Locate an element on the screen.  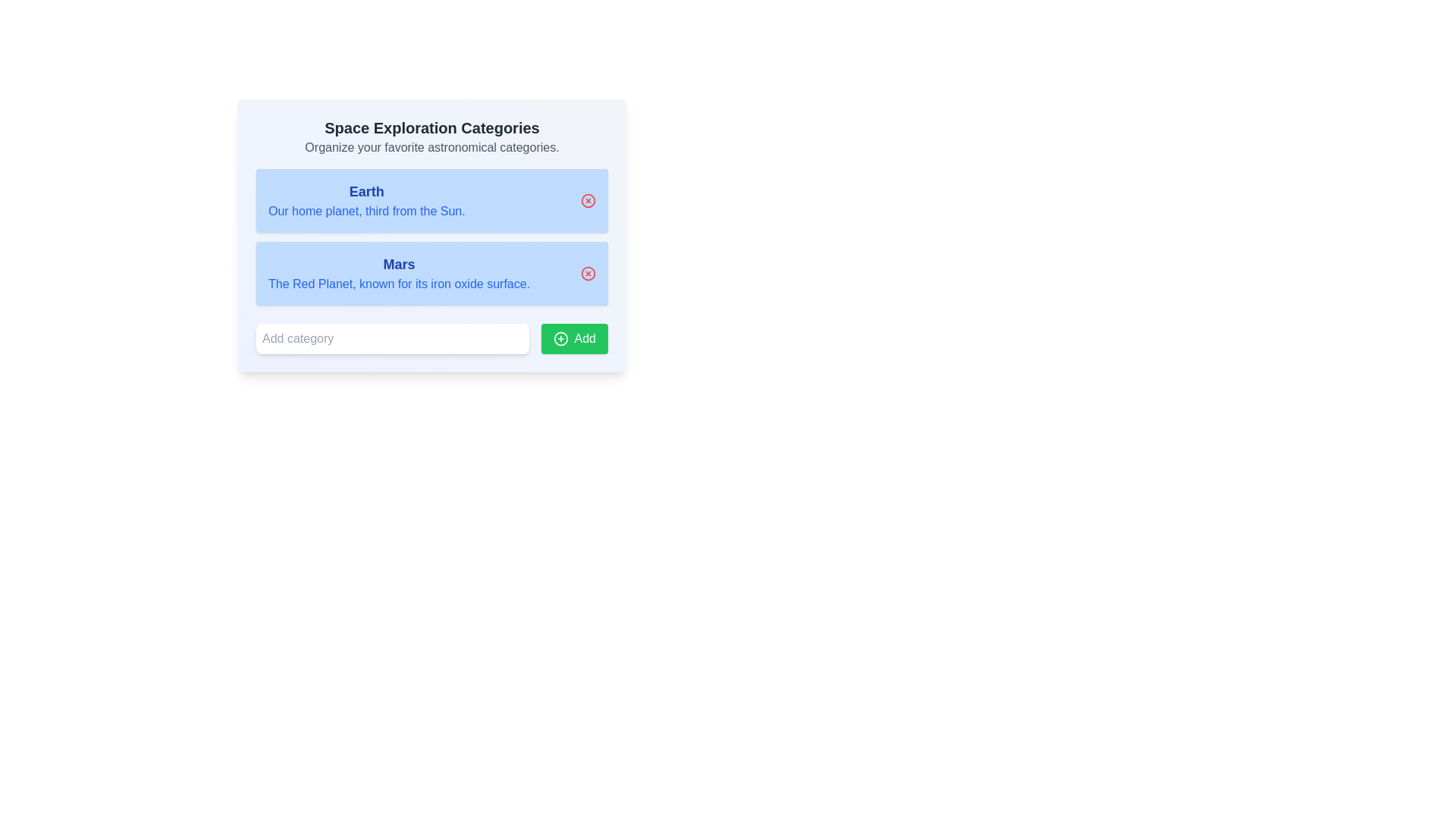
text display element that shows 'Organize your favorite astronomical categories.' which is located directly beneath the heading 'Space Exploration Categories.' is located at coordinates (431, 148).